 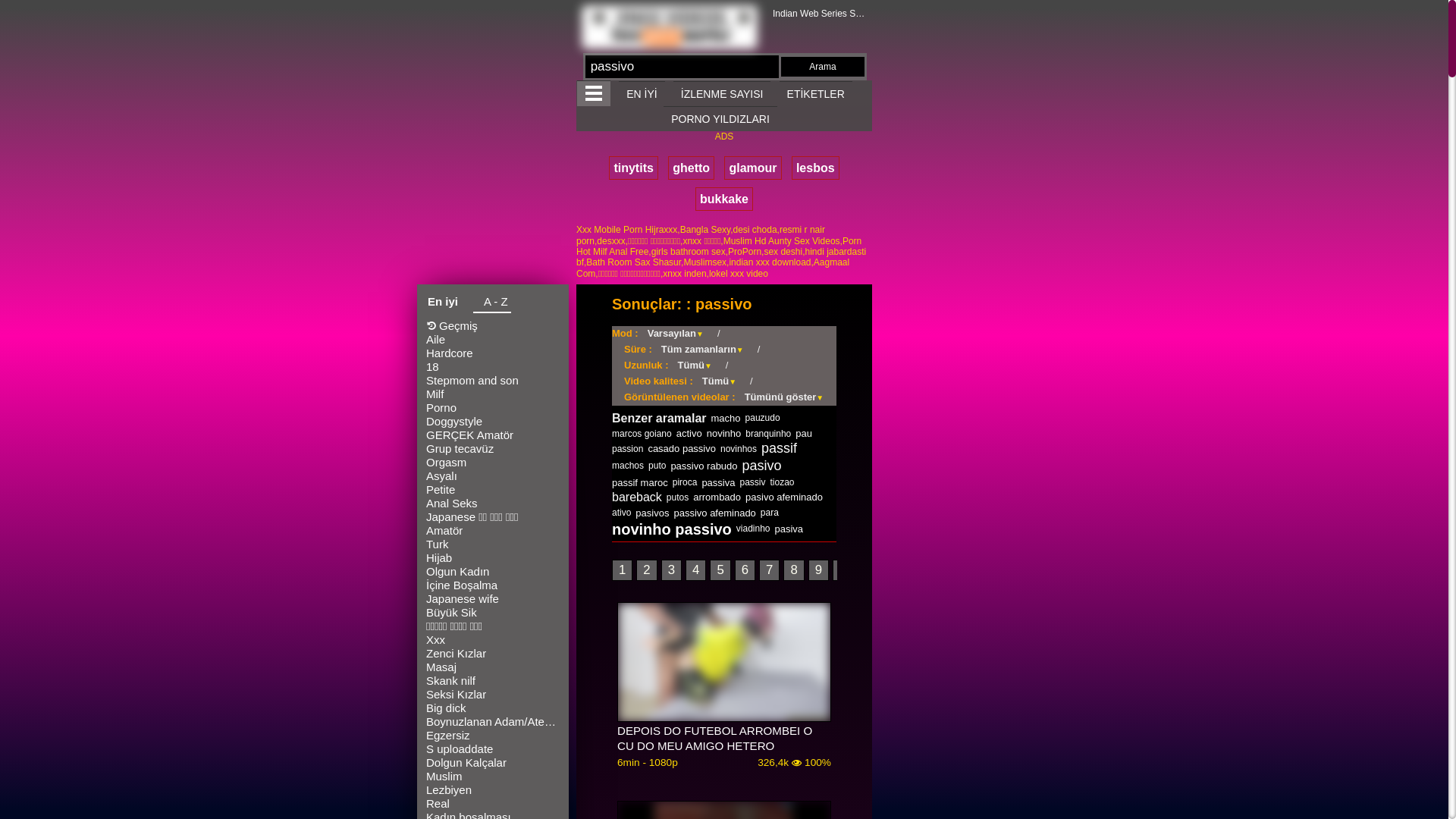 What do you see at coordinates (669, 465) in the screenshot?
I see `'passivo rabudo'` at bounding box center [669, 465].